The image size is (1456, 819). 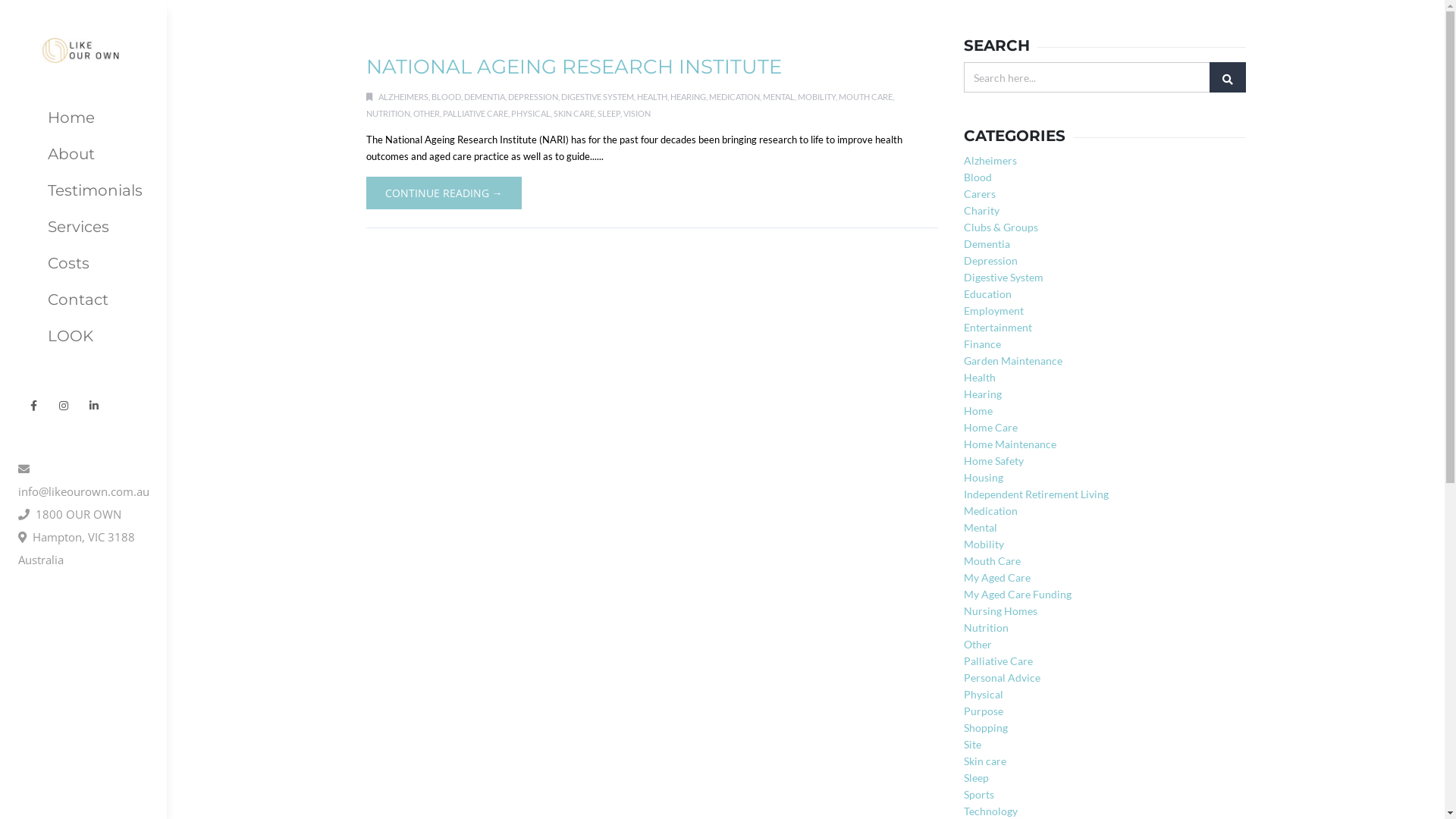 I want to click on 'Garden Maintenance', so click(x=1012, y=360).